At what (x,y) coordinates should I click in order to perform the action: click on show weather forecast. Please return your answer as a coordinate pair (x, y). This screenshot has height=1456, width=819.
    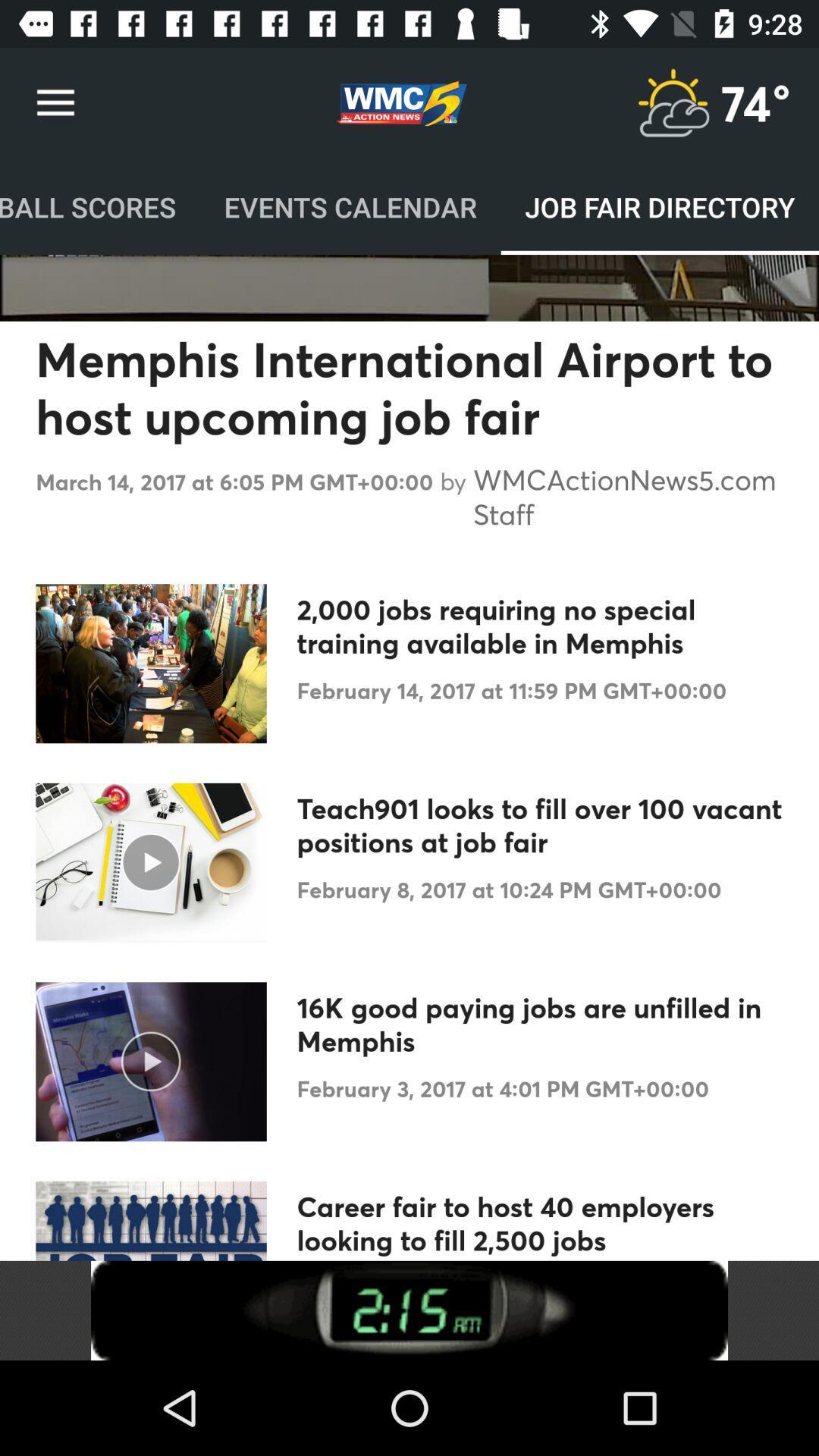
    Looking at the image, I should click on (672, 102).